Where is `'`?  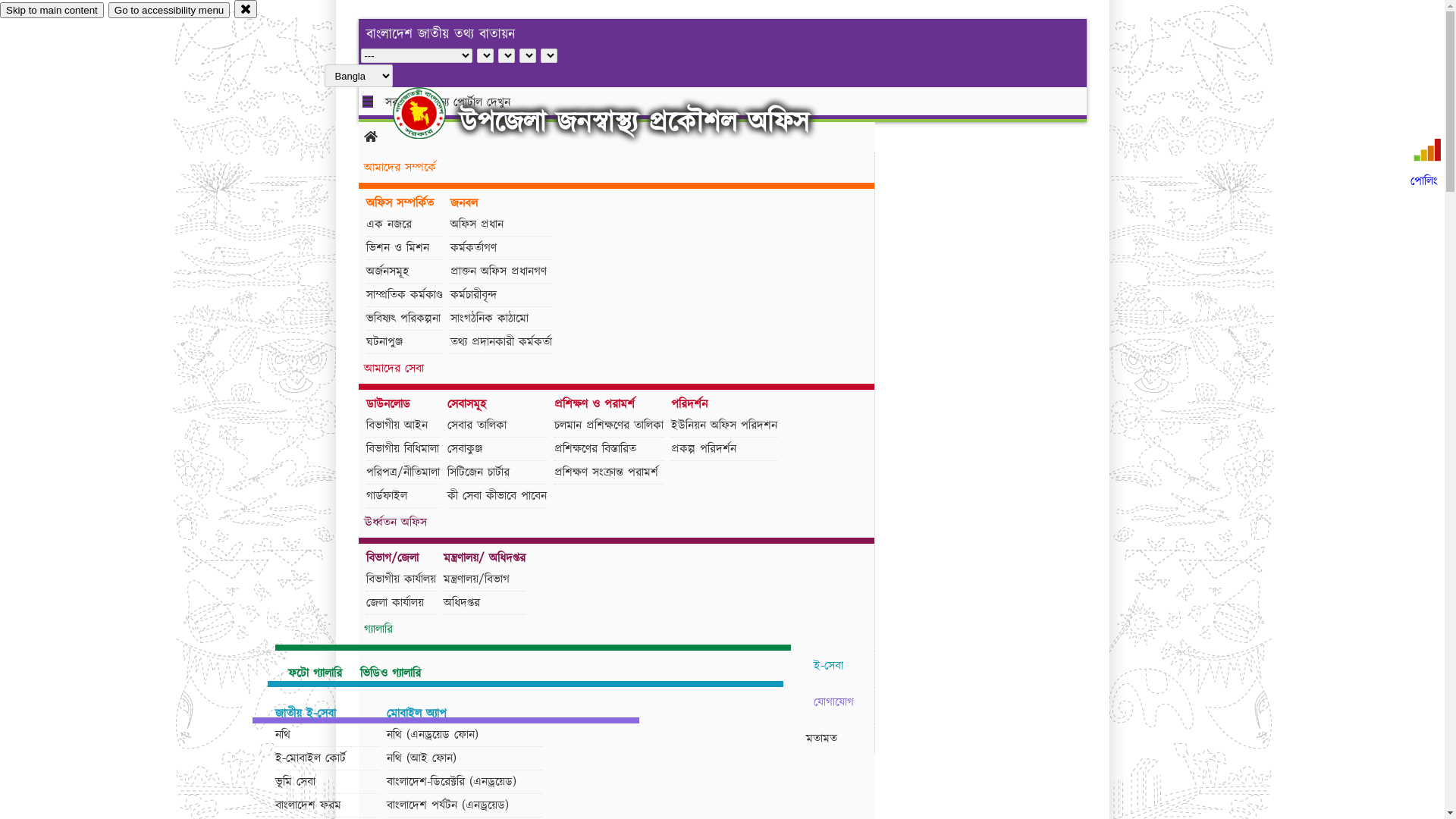 ' is located at coordinates (431, 112).